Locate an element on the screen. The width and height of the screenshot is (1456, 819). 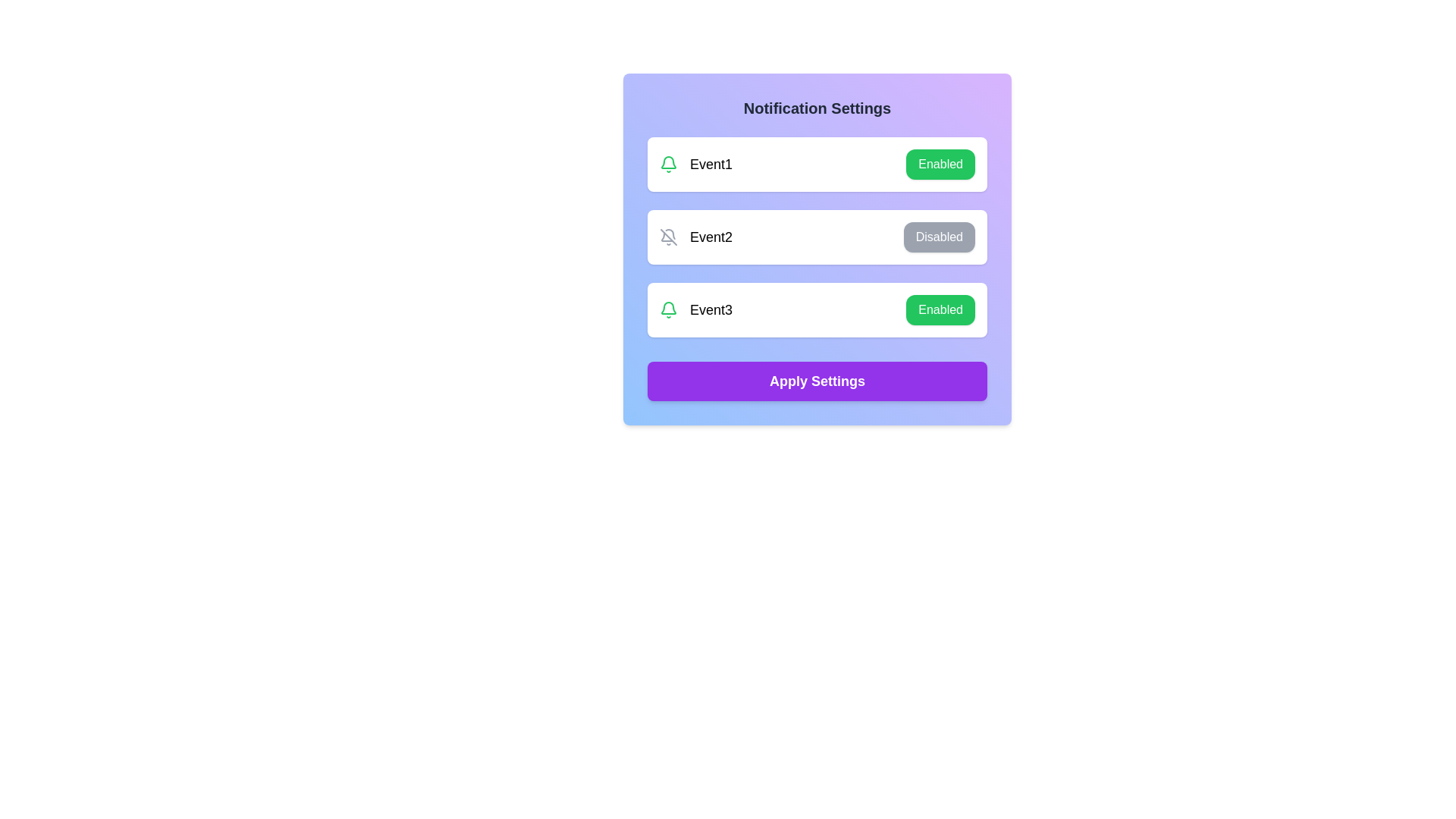
'Apply Settings' button to save changes is located at coordinates (817, 380).